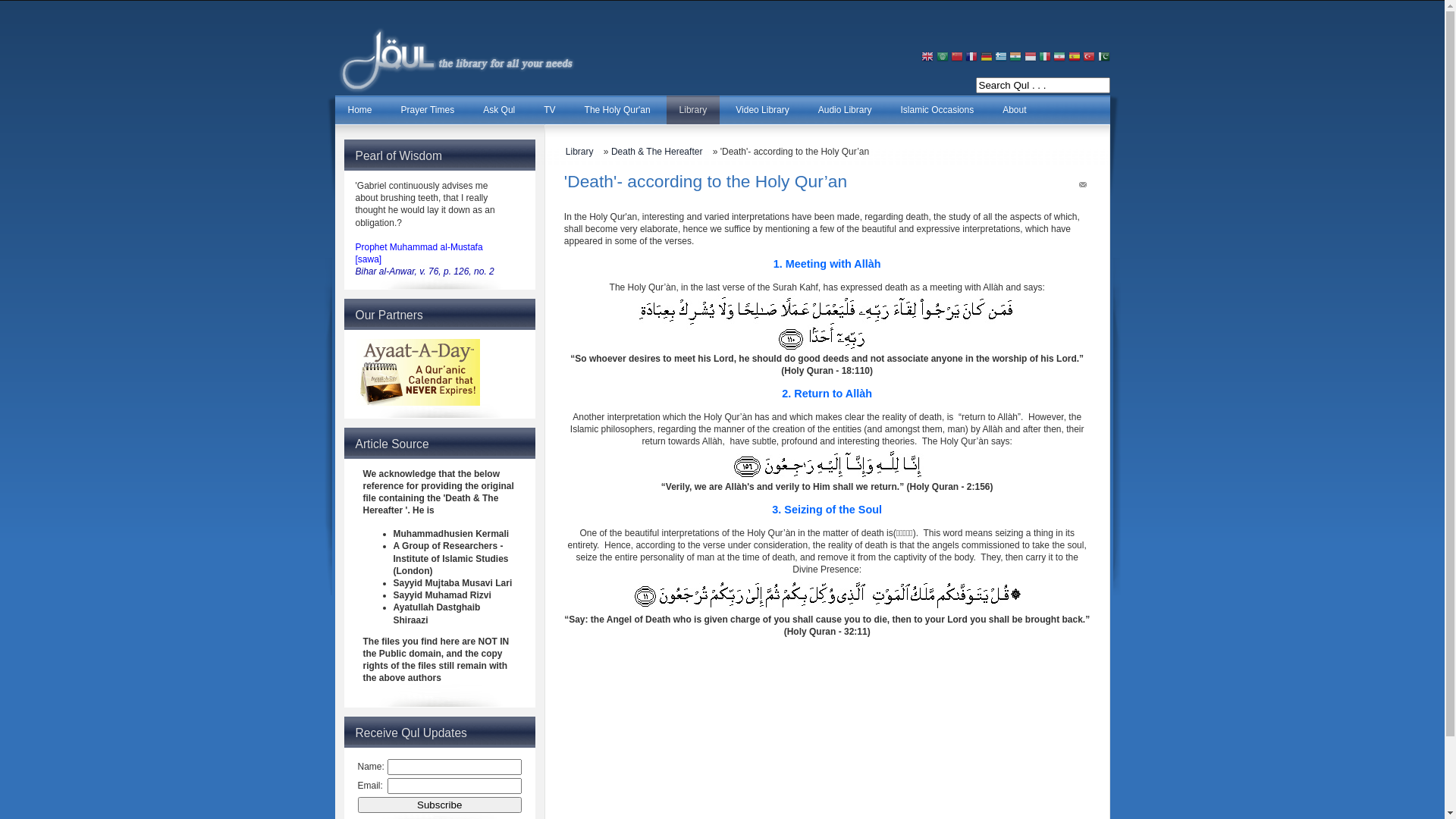  What do you see at coordinates (1009, 57) in the screenshot?
I see `'Hindi'` at bounding box center [1009, 57].